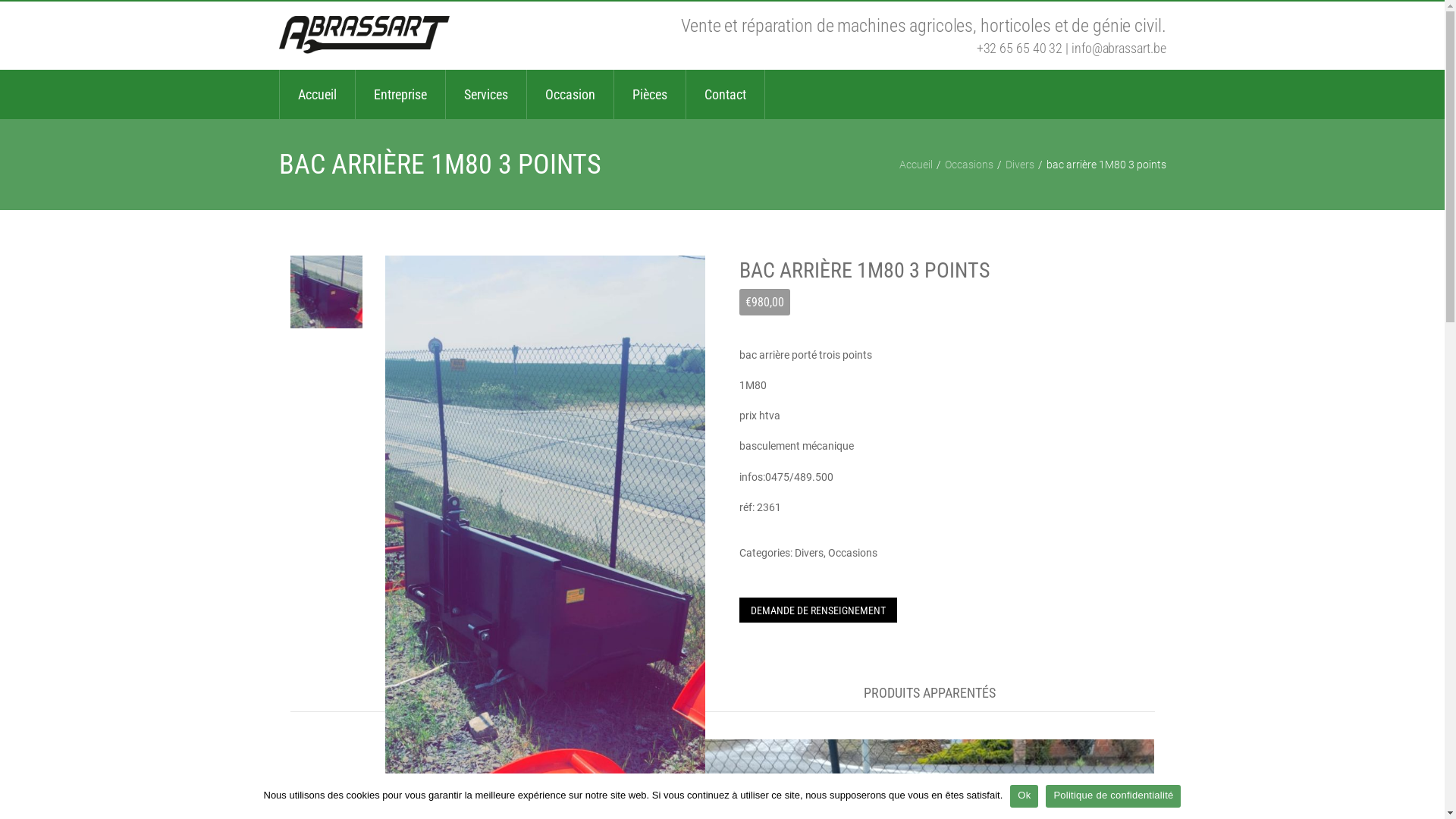  What do you see at coordinates (315, 94) in the screenshot?
I see `'Accueil'` at bounding box center [315, 94].